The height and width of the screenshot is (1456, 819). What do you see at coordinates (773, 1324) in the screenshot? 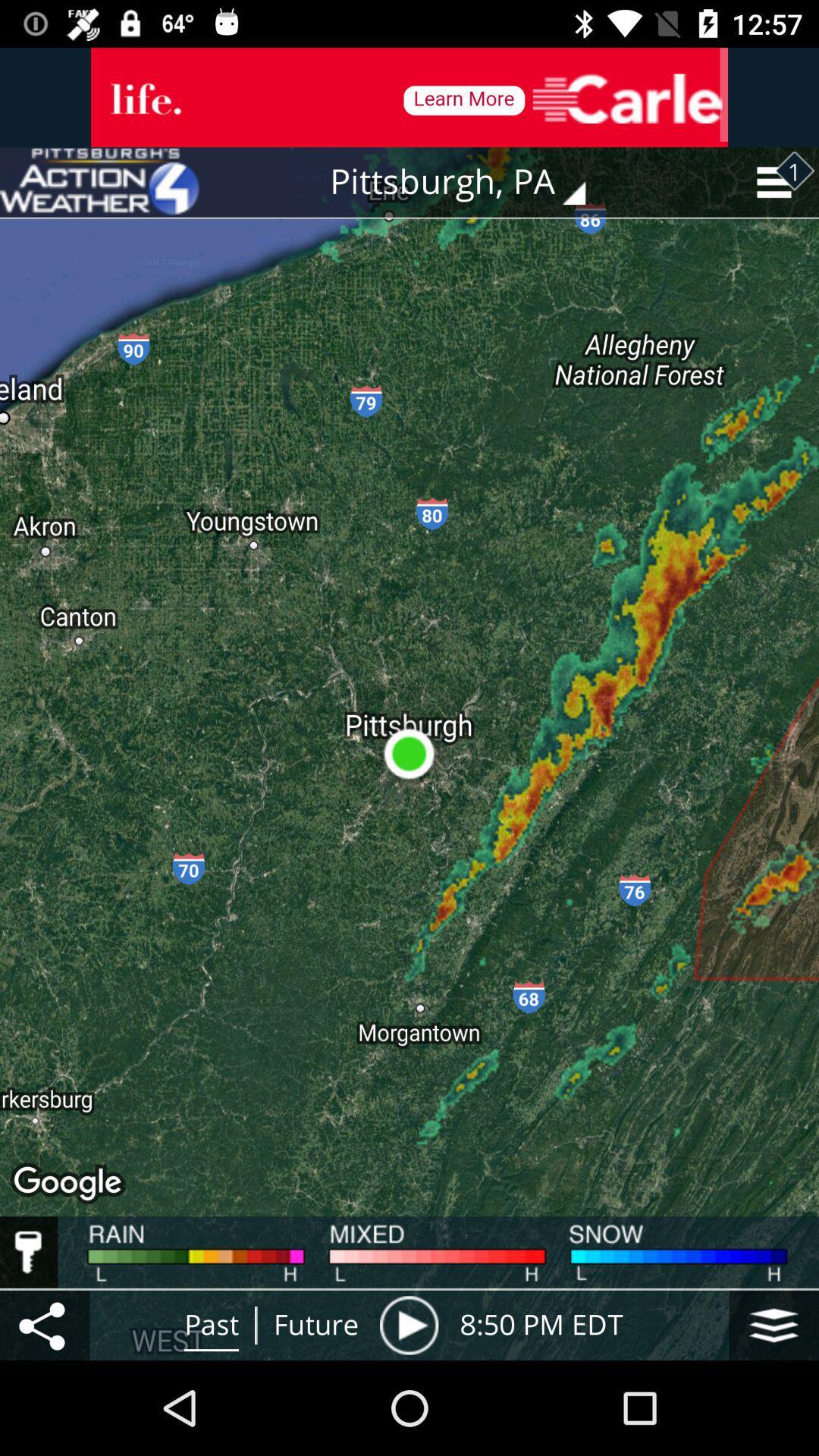
I see `storage` at bounding box center [773, 1324].